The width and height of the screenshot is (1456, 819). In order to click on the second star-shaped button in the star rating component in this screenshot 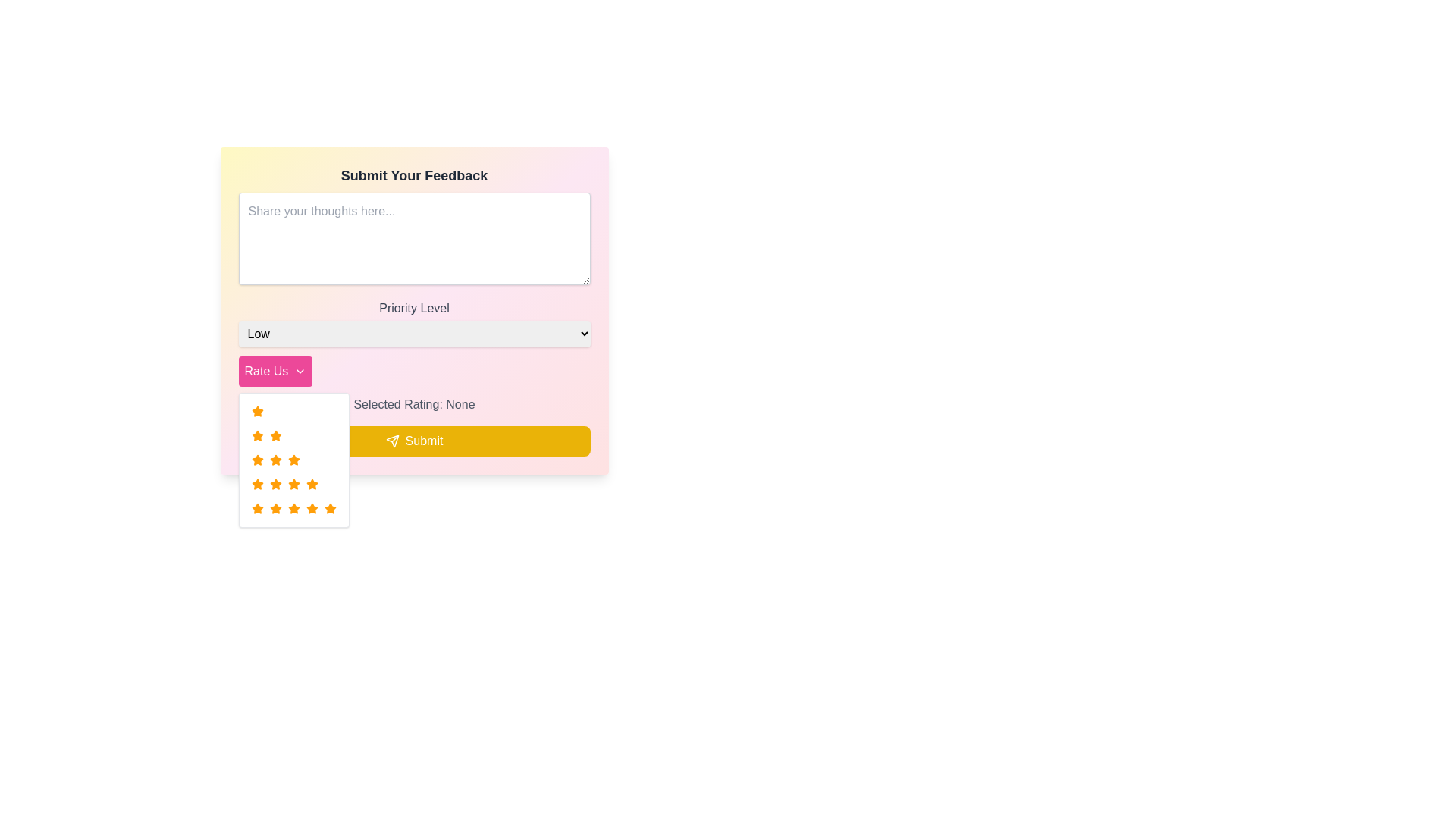, I will do `click(275, 459)`.